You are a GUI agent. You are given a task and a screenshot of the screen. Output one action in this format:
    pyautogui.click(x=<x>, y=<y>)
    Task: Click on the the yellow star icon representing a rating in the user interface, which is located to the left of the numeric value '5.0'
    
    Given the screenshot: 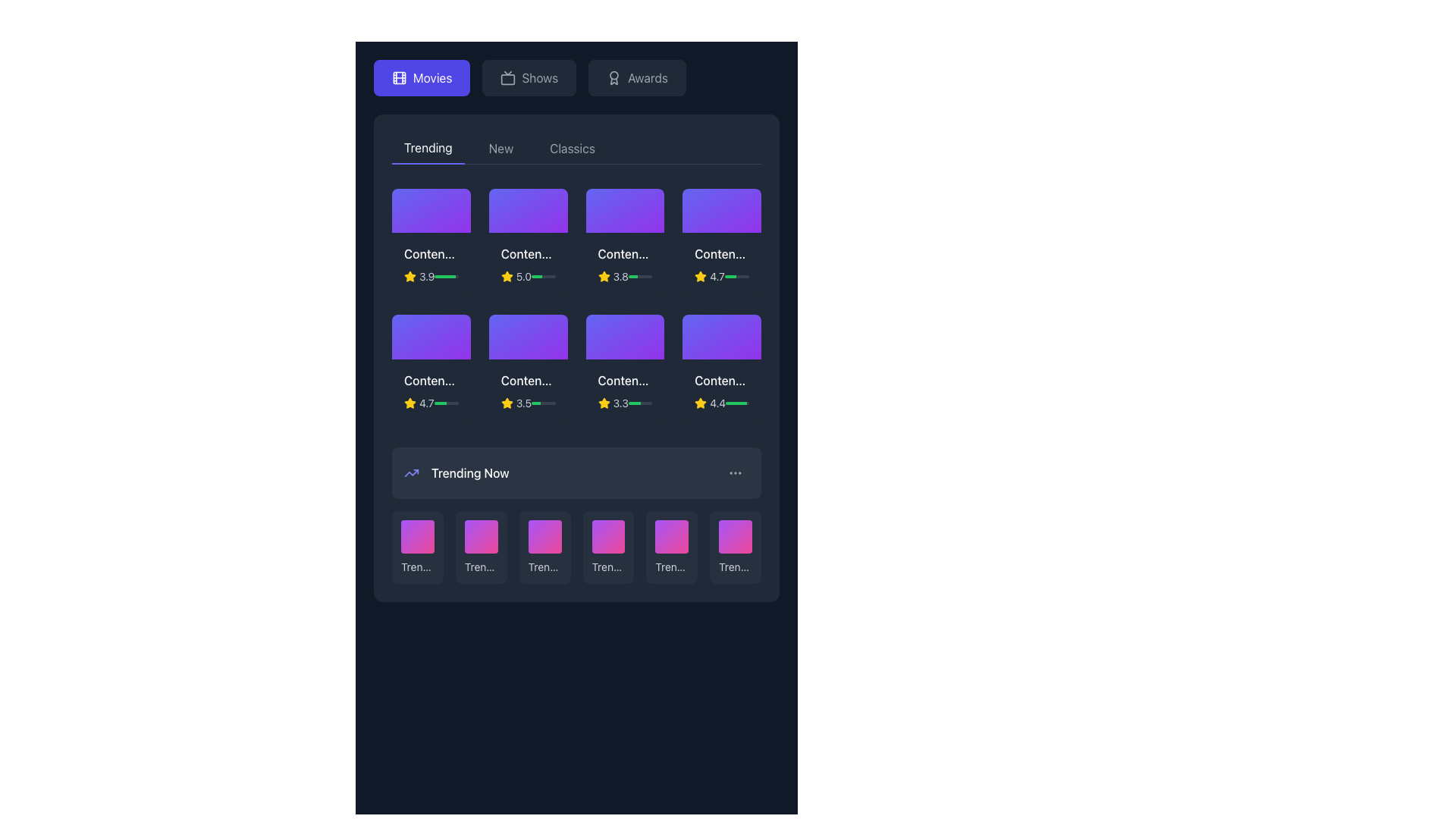 What is the action you would take?
    pyautogui.click(x=507, y=277)
    